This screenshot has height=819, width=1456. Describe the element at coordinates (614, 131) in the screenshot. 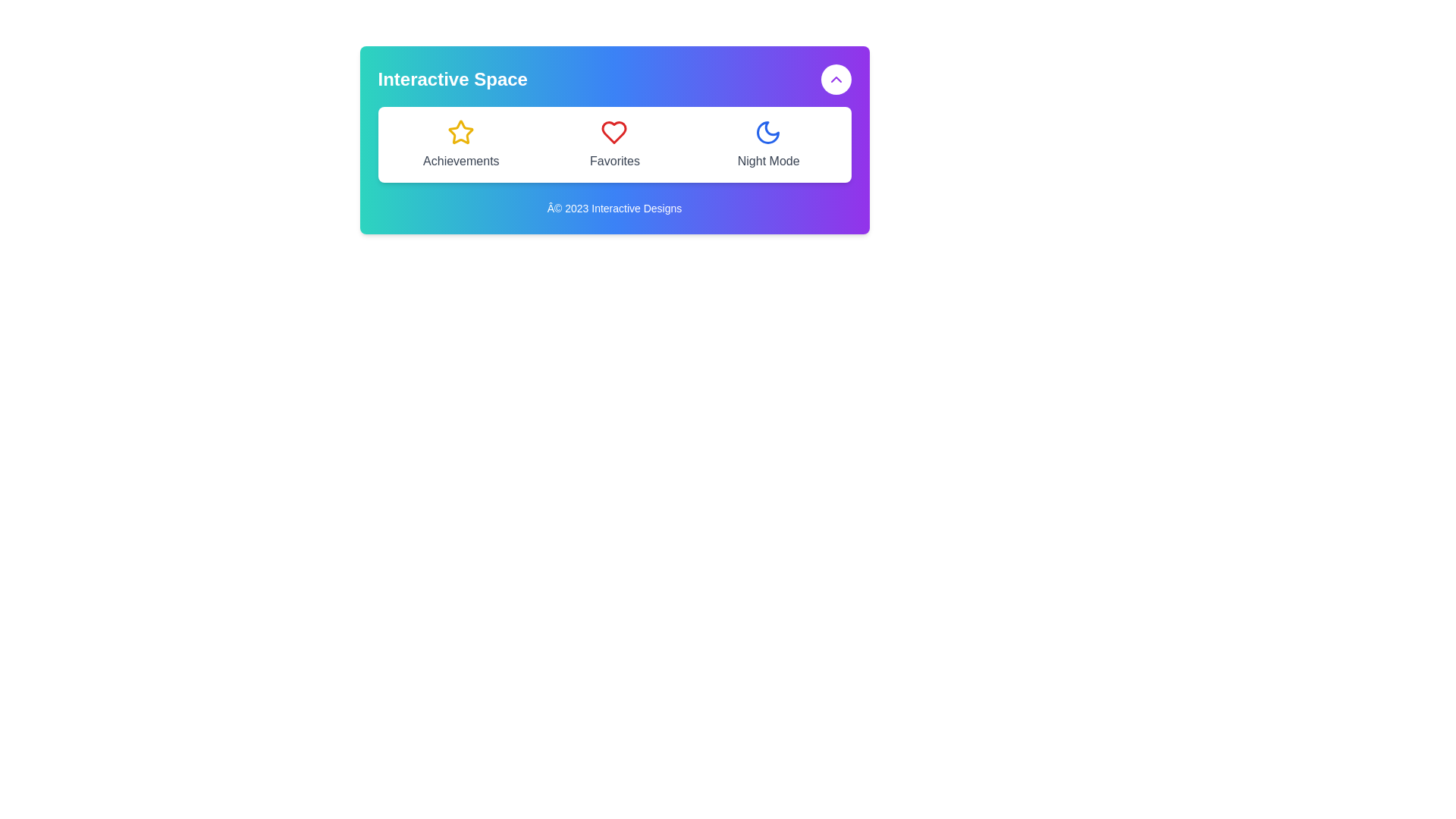

I see `the heart-shaped icon representing the 'Favorites' feature for accessible navigation` at that location.